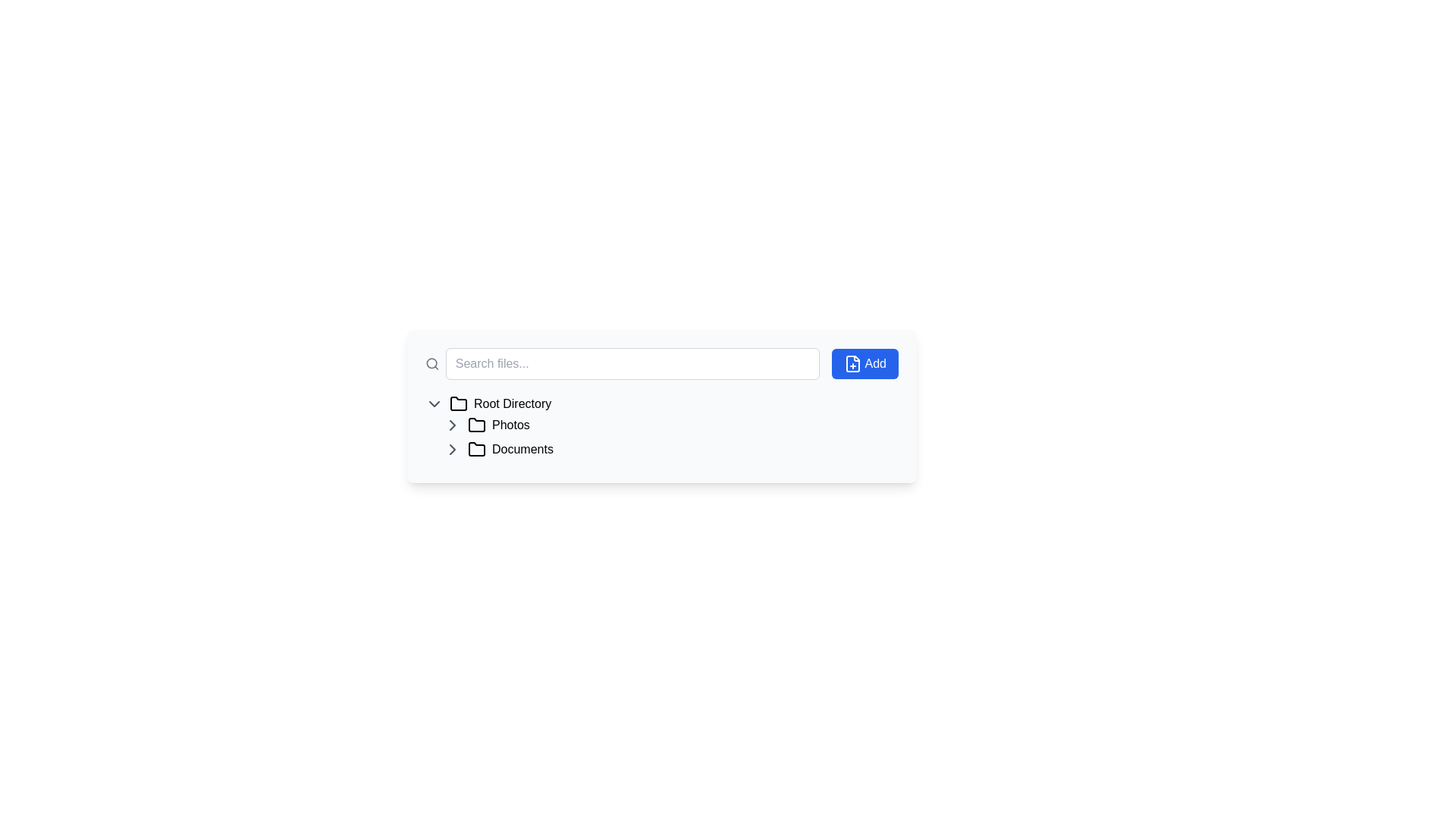  What do you see at coordinates (431, 363) in the screenshot?
I see `the search indicator icon located to the far left of the text input field labeled 'Search files...'` at bounding box center [431, 363].